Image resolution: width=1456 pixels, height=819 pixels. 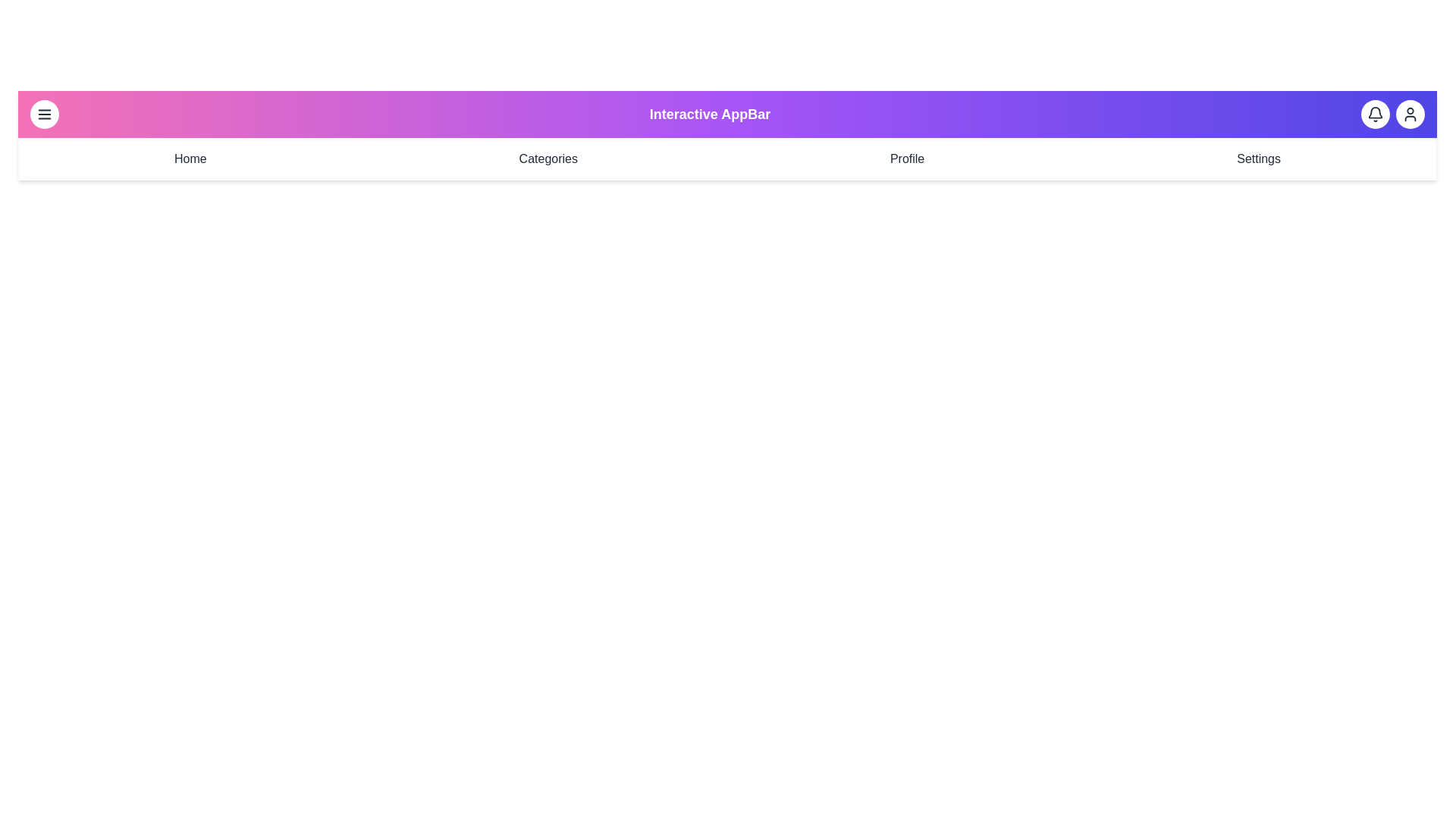 What do you see at coordinates (44, 113) in the screenshot?
I see `the menu button to toggle the menu visibility` at bounding box center [44, 113].